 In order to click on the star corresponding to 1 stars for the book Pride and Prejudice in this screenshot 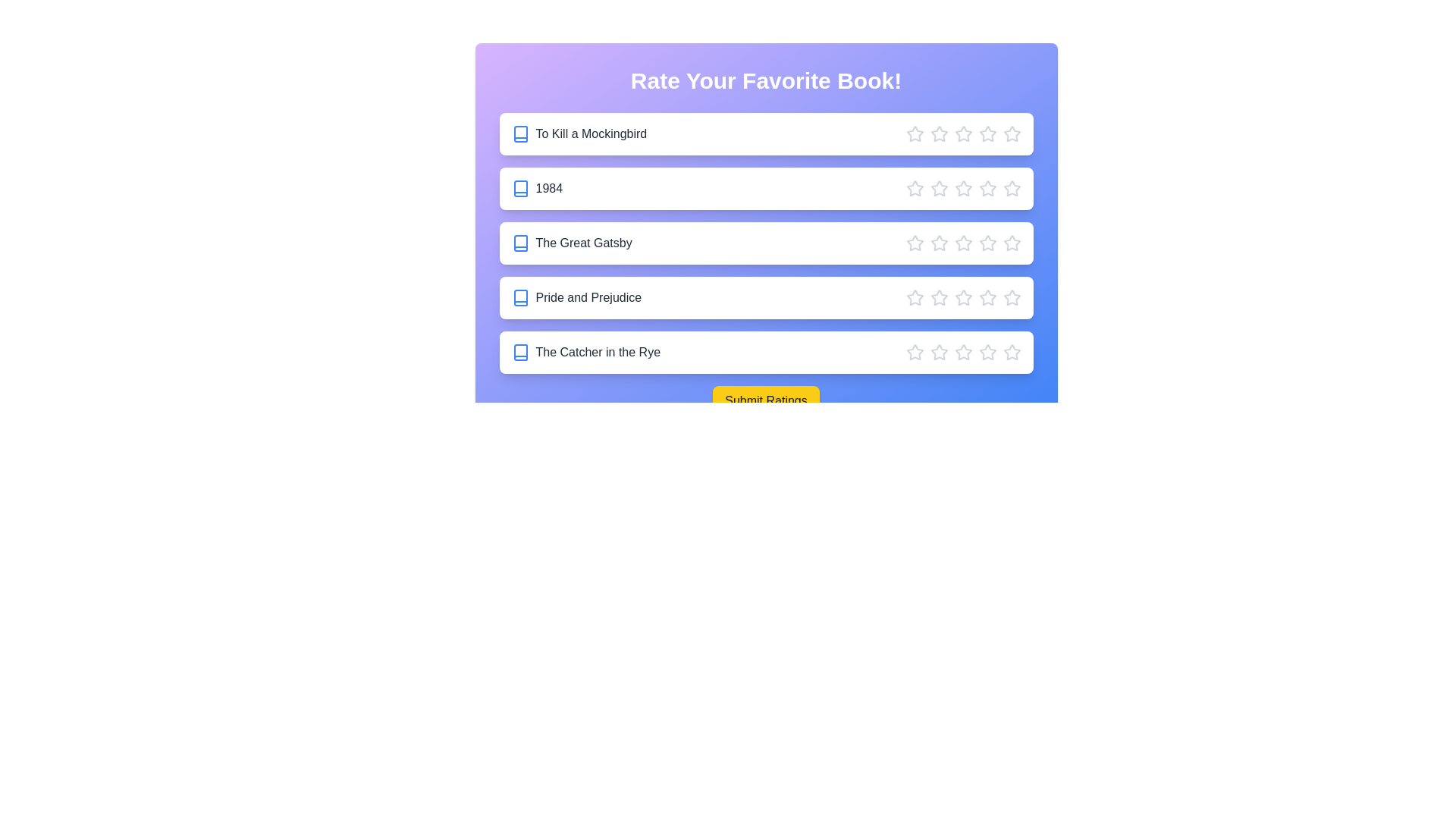, I will do `click(914, 298)`.